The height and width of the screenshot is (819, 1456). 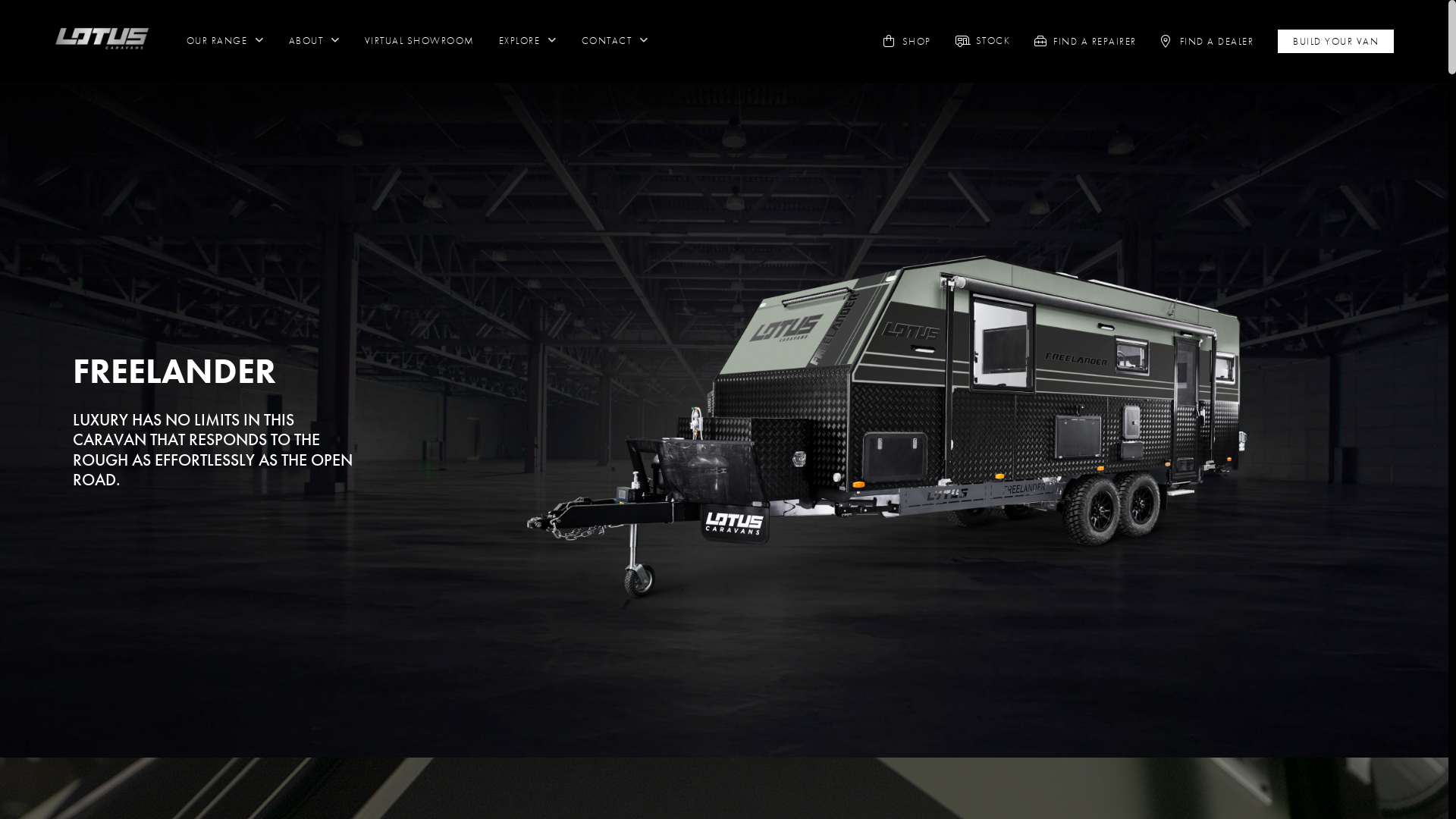 I want to click on 'CONTACT', so click(x=615, y=40).